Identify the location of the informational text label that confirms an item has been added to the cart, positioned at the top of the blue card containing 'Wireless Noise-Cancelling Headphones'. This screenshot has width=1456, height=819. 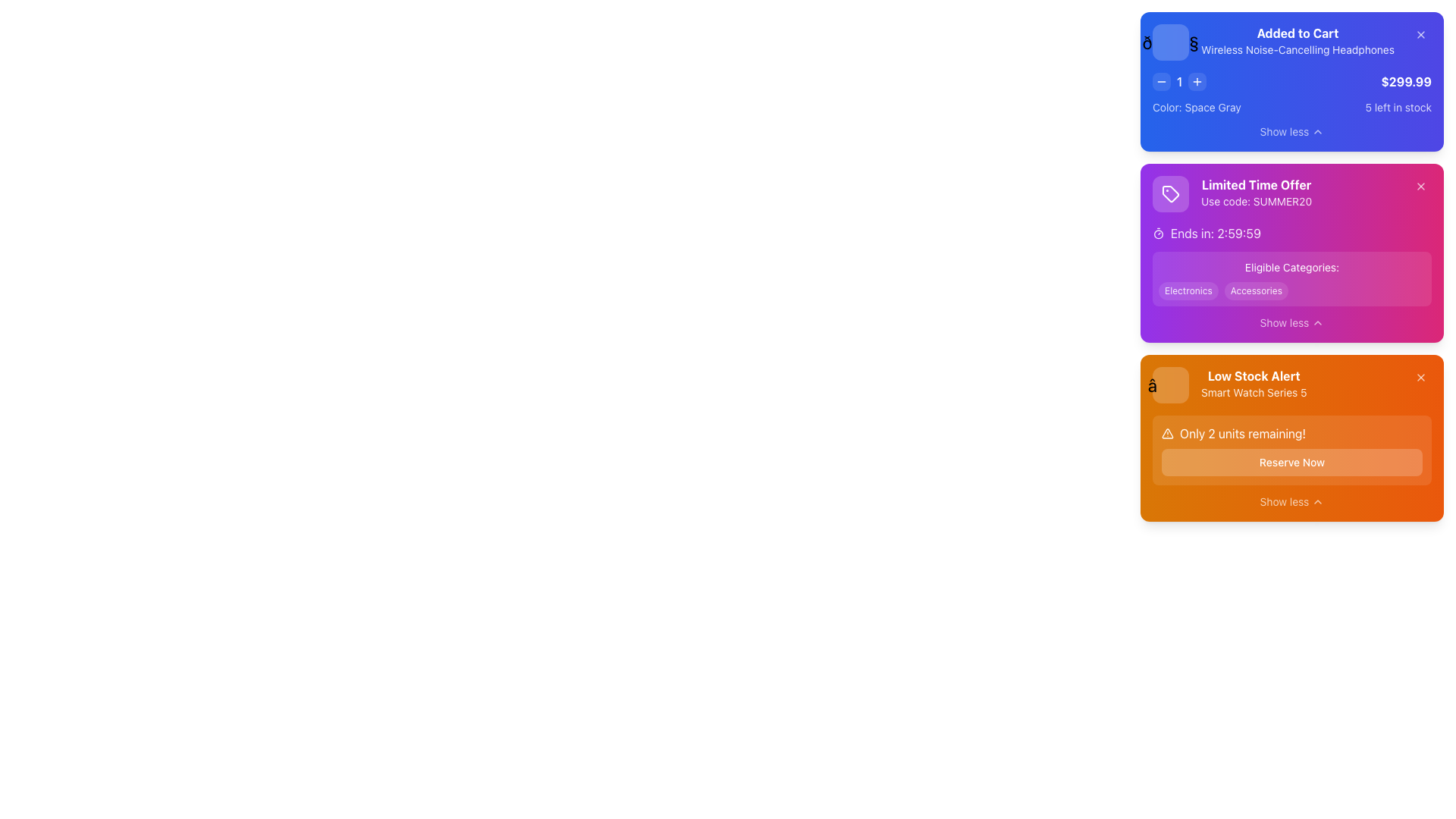
(1297, 33).